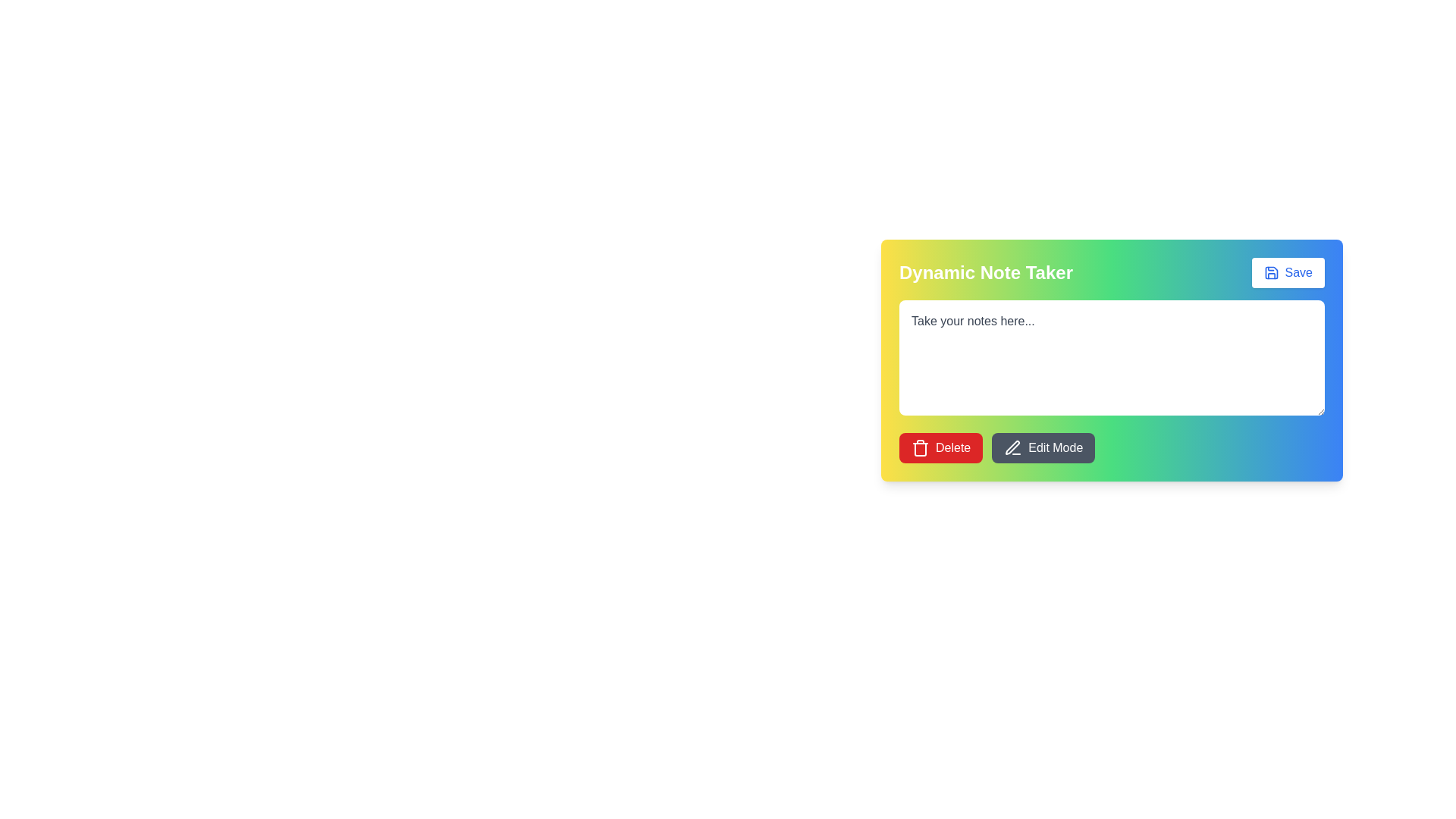 This screenshot has width=1456, height=819. Describe the element at coordinates (952, 447) in the screenshot. I see `the red 'Delete' button located at the bottom-left of the note-taking panel` at that location.